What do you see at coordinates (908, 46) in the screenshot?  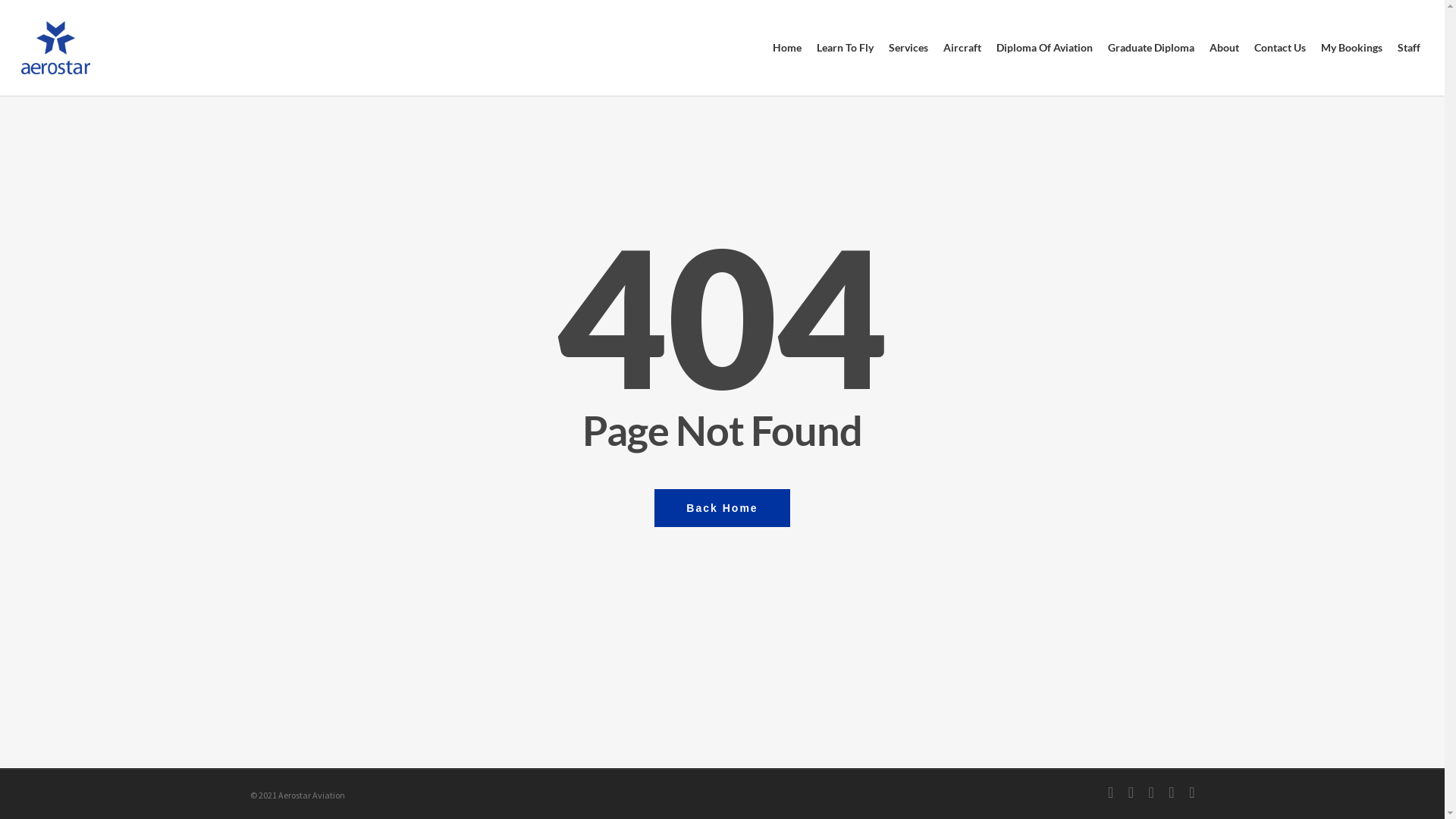 I see `'Services'` at bounding box center [908, 46].